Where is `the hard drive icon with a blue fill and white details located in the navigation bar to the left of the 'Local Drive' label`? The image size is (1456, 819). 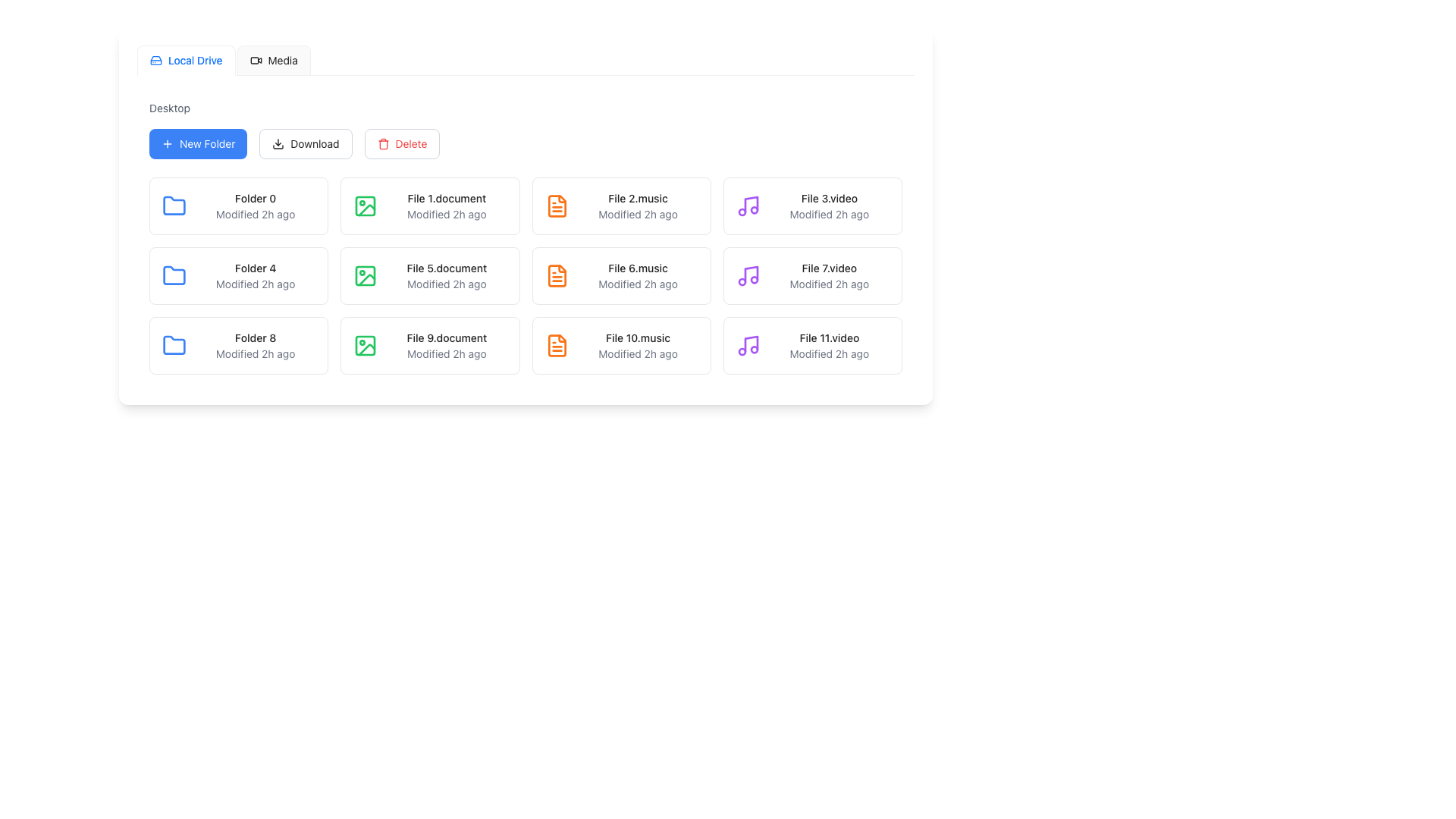
the hard drive icon with a blue fill and white details located in the navigation bar to the left of the 'Local Drive' label is located at coordinates (156, 60).